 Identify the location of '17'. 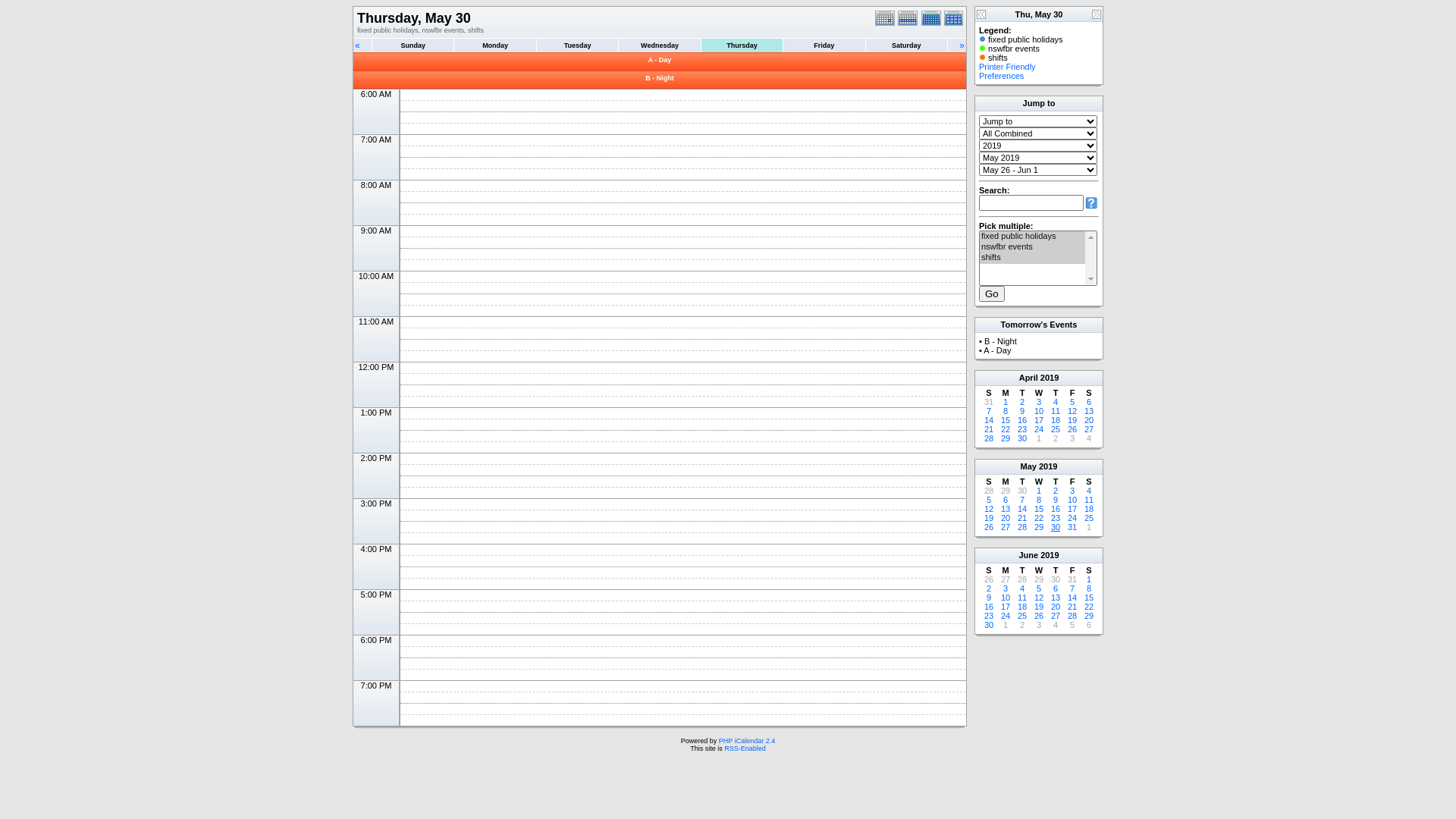
(1005, 605).